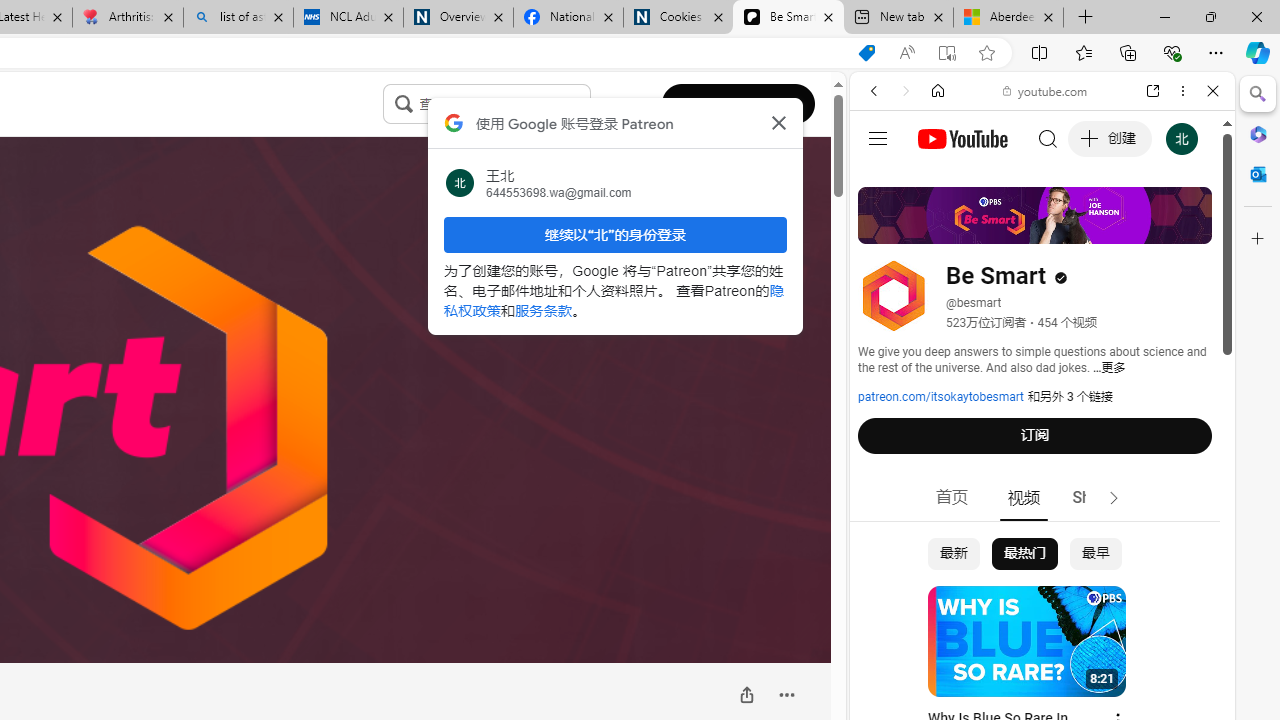 The height and width of the screenshot is (720, 1280). Describe the element at coordinates (678, 17) in the screenshot. I see `'Cookies | About | NICE'` at that location.